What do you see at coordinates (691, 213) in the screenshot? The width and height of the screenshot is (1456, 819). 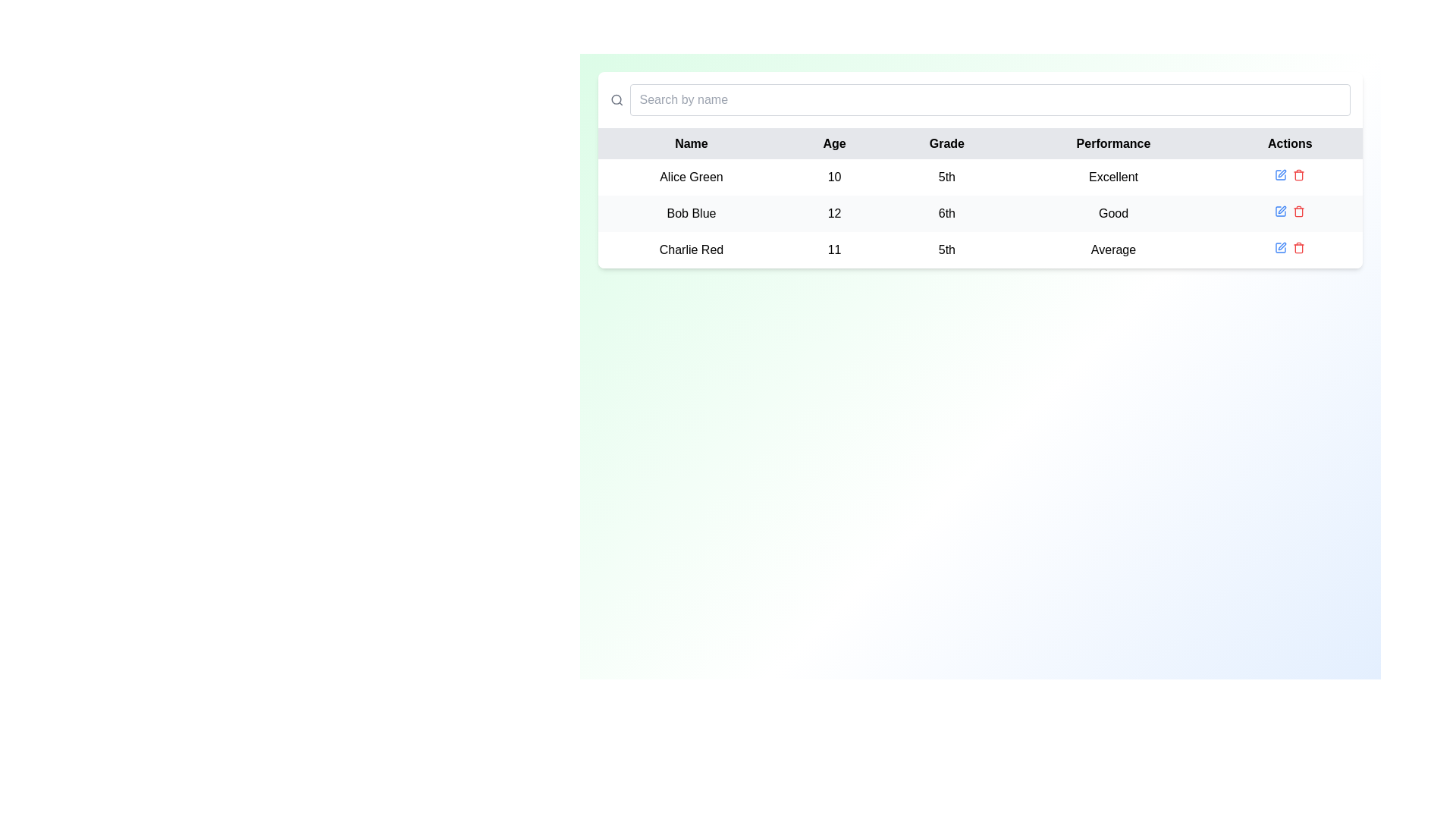 I see `text content of the Text field displaying 'Bob Blue' located in the first cell of the second row of the table` at bounding box center [691, 213].